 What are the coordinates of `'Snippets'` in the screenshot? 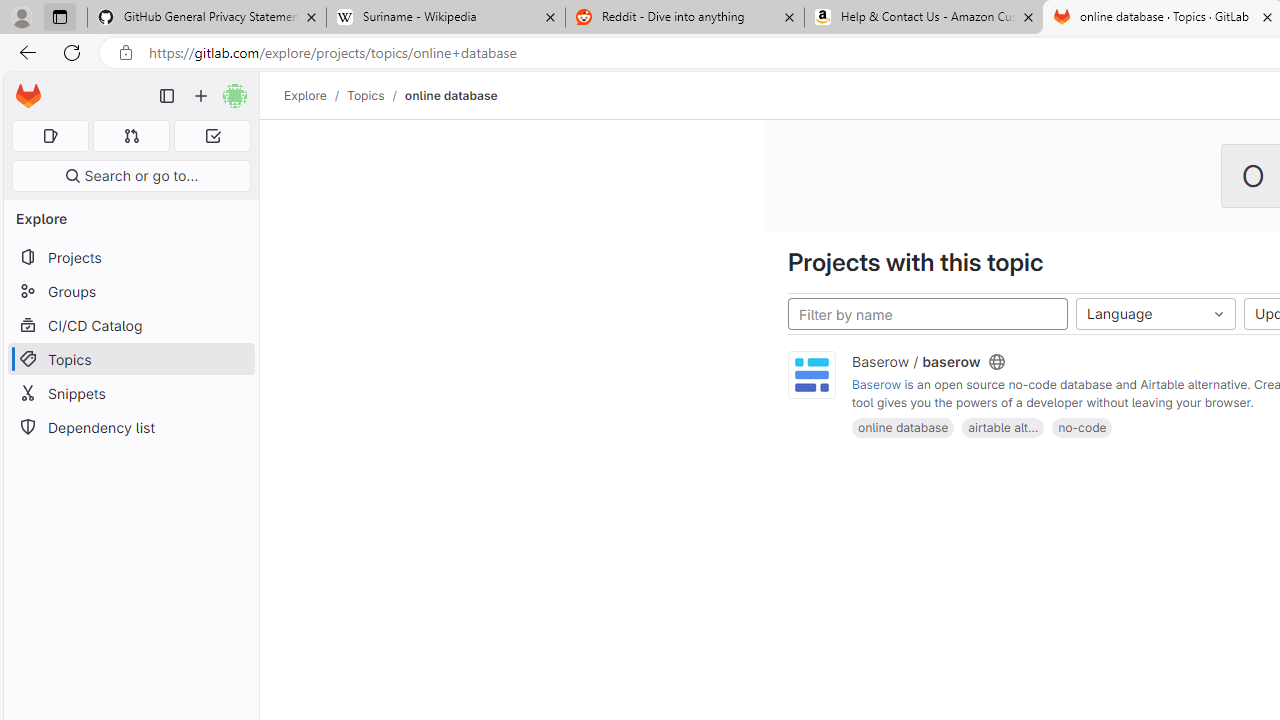 It's located at (130, 393).